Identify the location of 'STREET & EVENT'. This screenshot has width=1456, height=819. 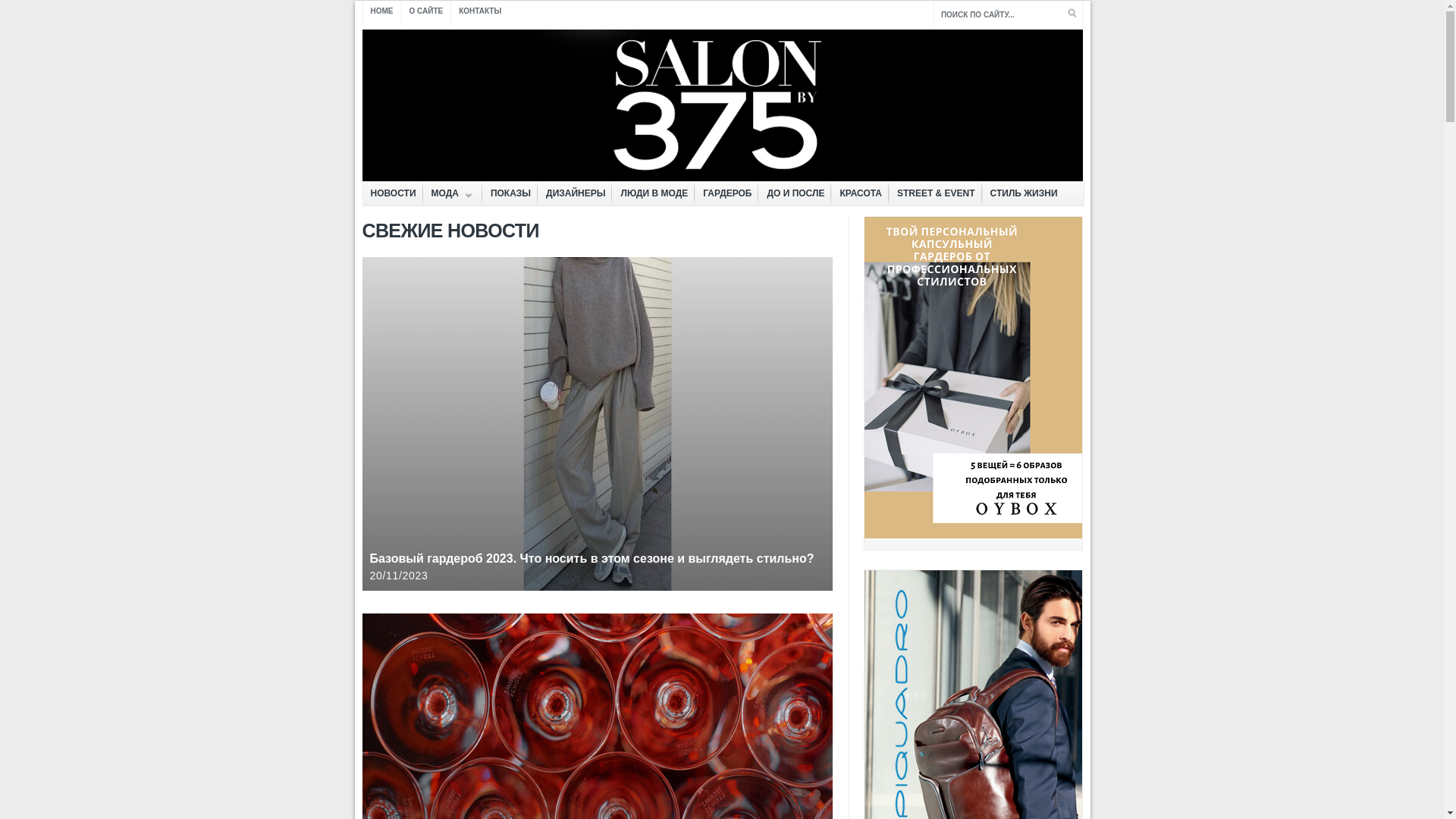
(935, 193).